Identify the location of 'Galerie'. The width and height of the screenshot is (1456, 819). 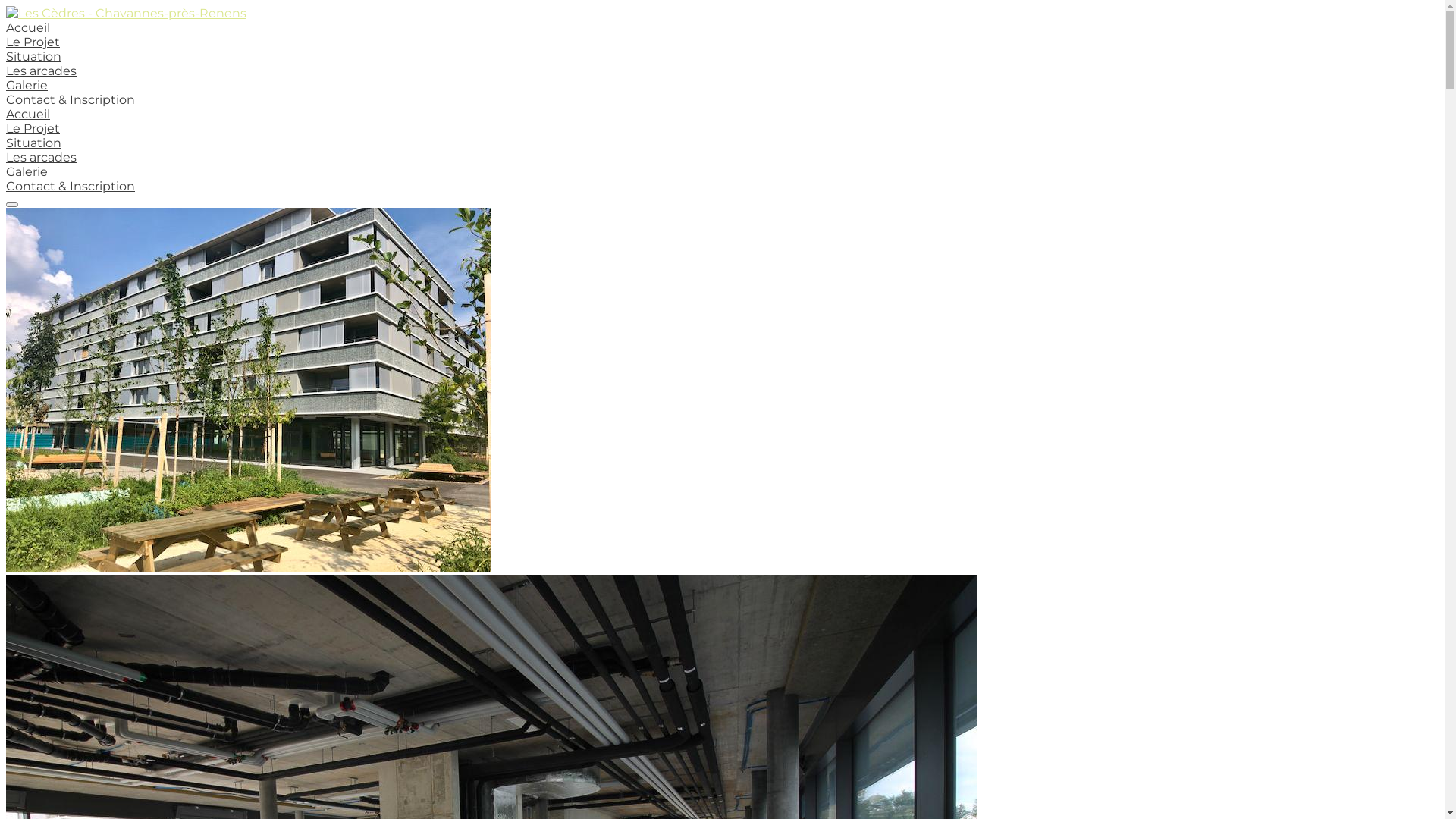
(6, 85).